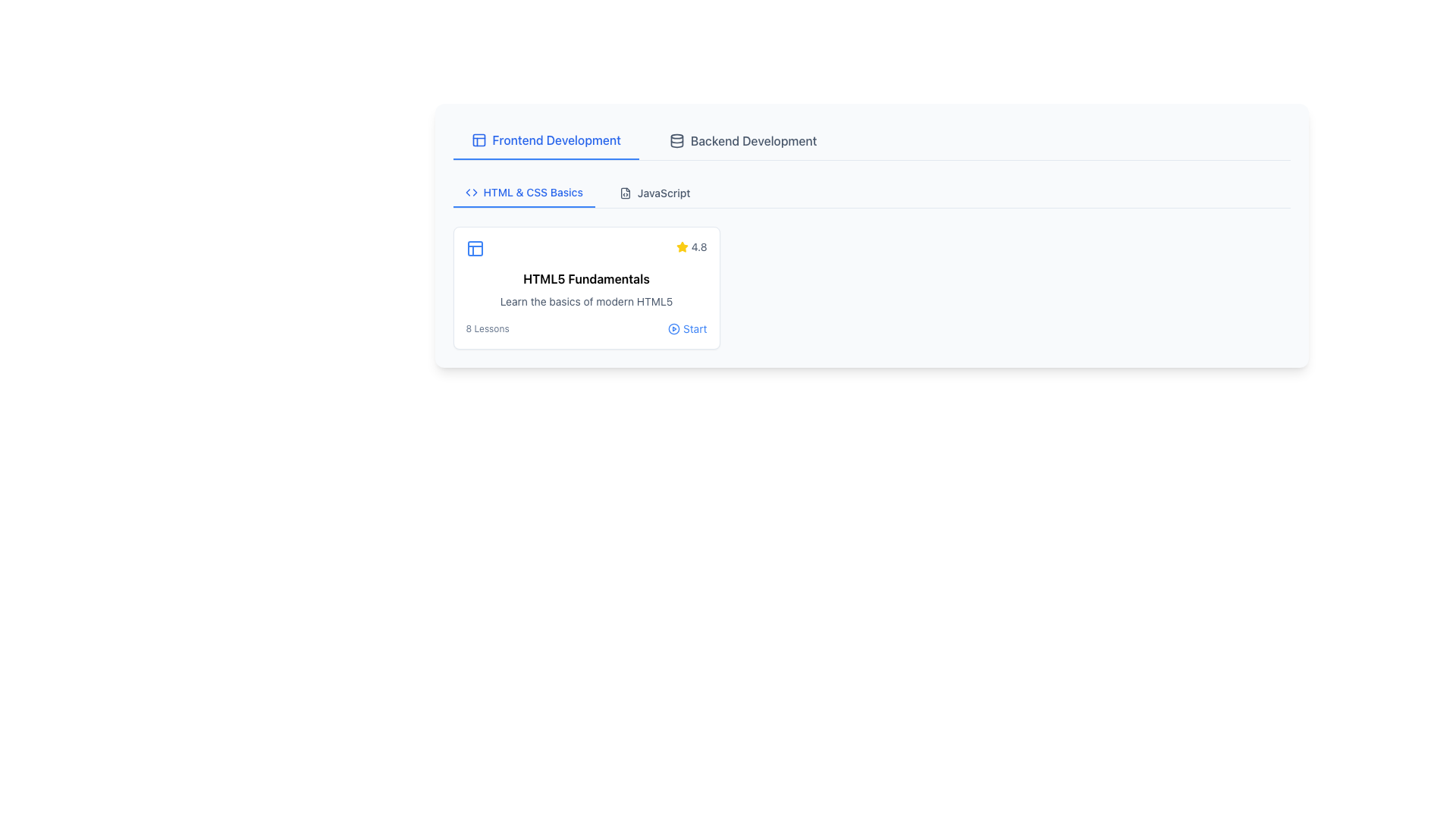 The height and width of the screenshot is (819, 1456). What do you see at coordinates (478, 140) in the screenshot?
I see `the icon that visually represents the 'Frontend Development' section in the navigation bar, positioned to the left of the corresponding tab label` at bounding box center [478, 140].